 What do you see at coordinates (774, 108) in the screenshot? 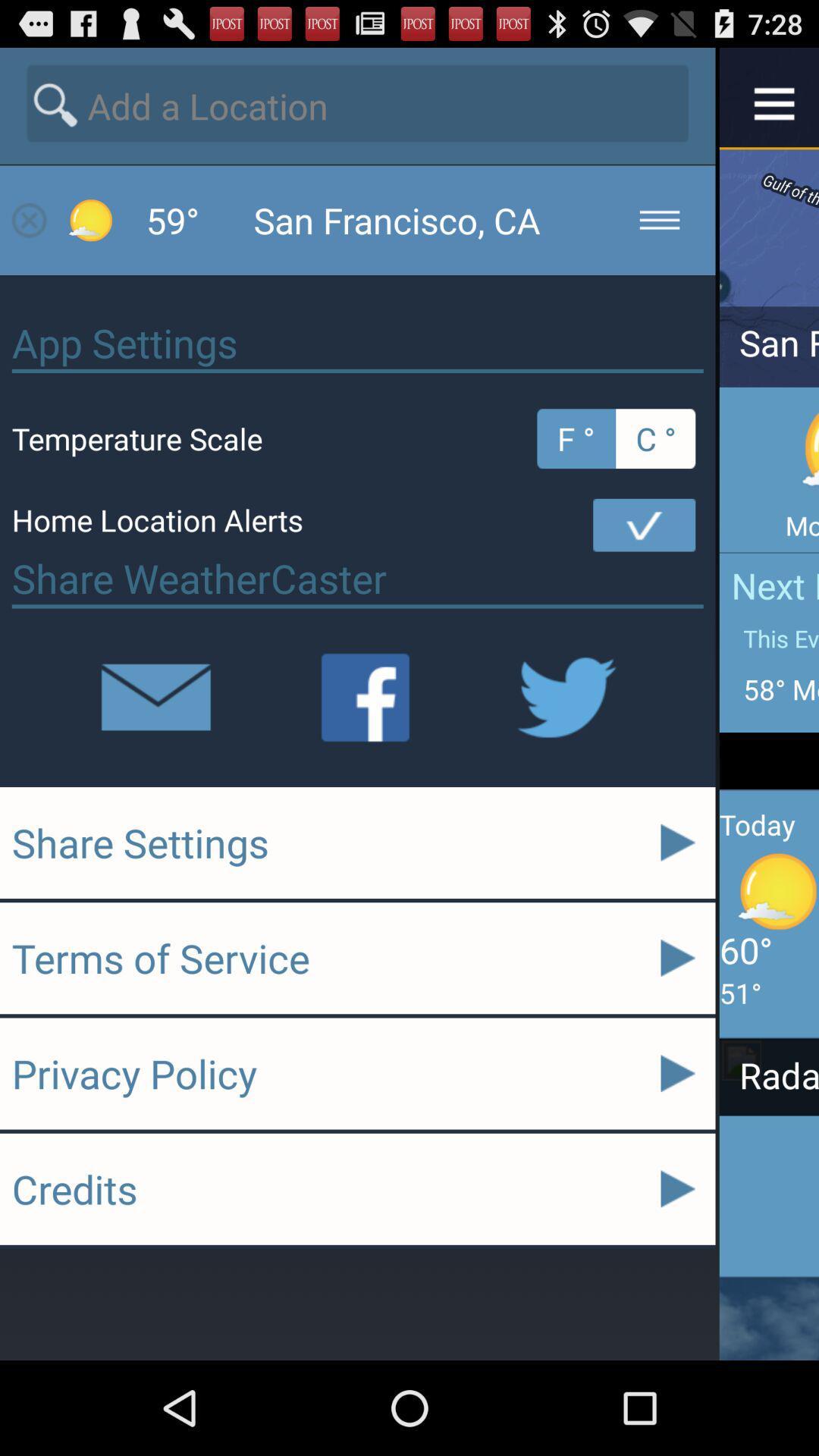
I see `the menu icon` at bounding box center [774, 108].